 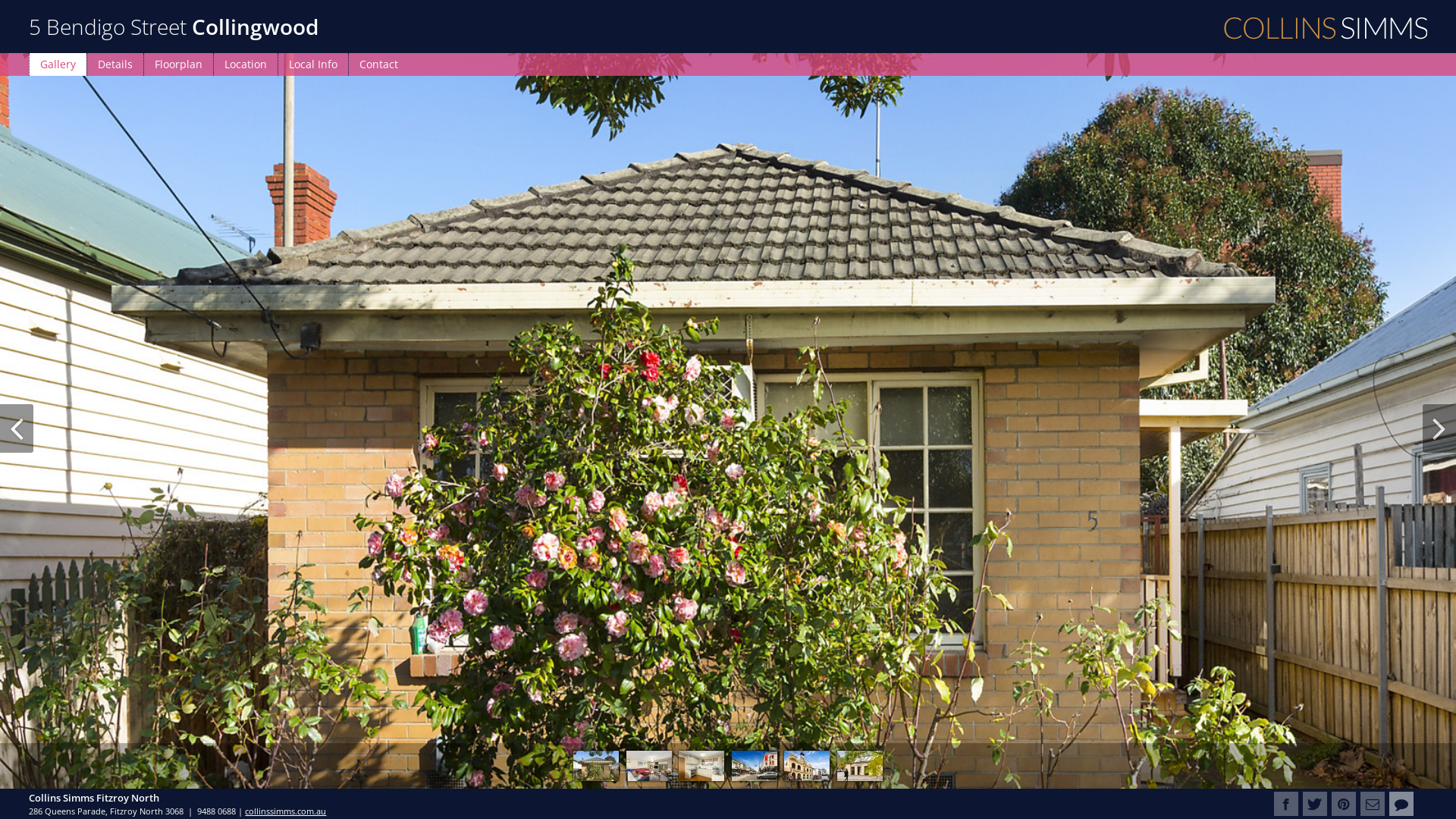 What do you see at coordinates (114, 63) in the screenshot?
I see `'Details'` at bounding box center [114, 63].